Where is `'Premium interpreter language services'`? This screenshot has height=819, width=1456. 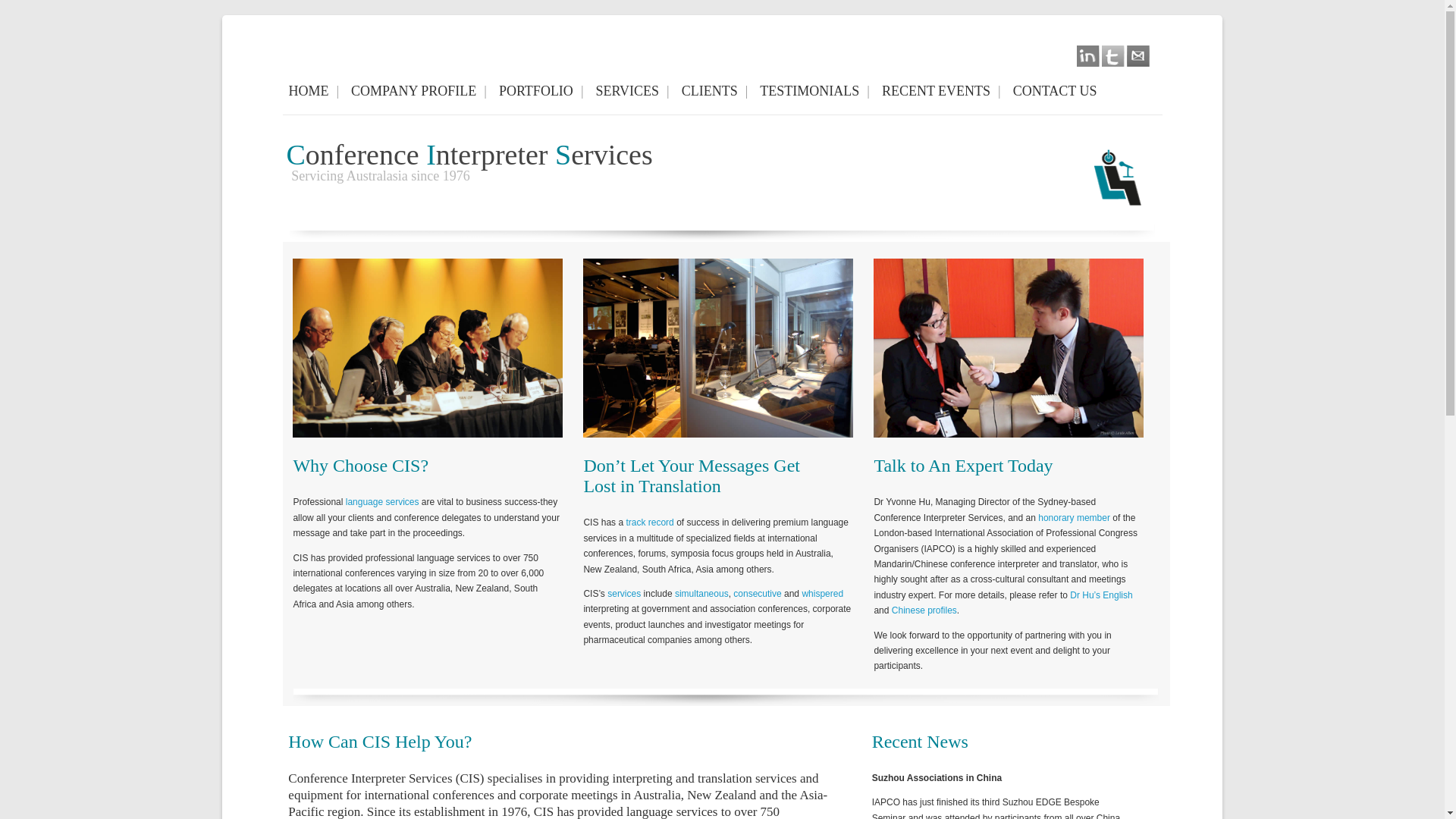
'Premium interpreter language services' is located at coordinates (582, 348).